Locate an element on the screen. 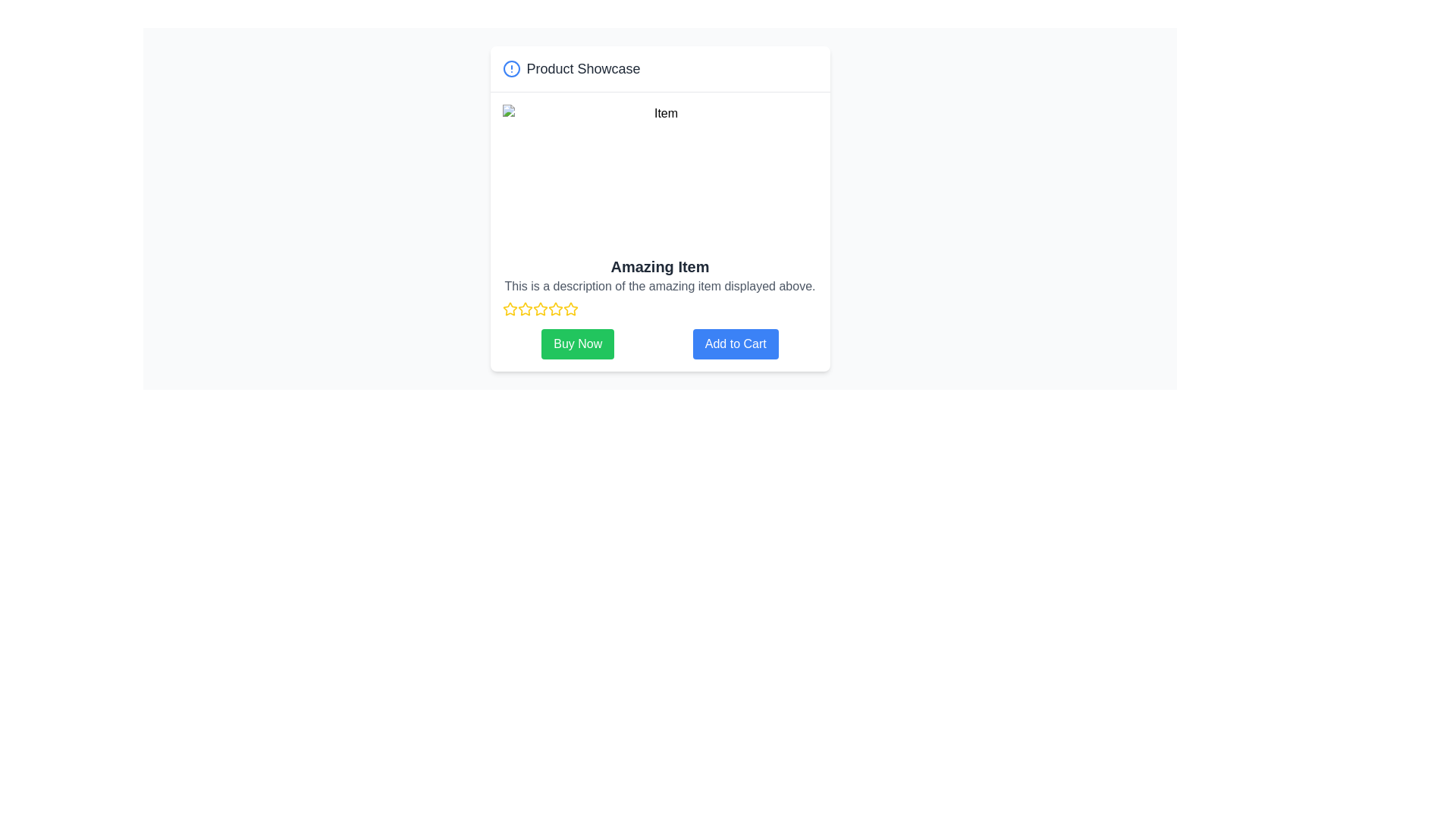 The image size is (1456, 819). the circular icon with a blue outline and an exclamation mark inside, located to the left of the 'Product Showcase' text in the header is located at coordinates (511, 69).